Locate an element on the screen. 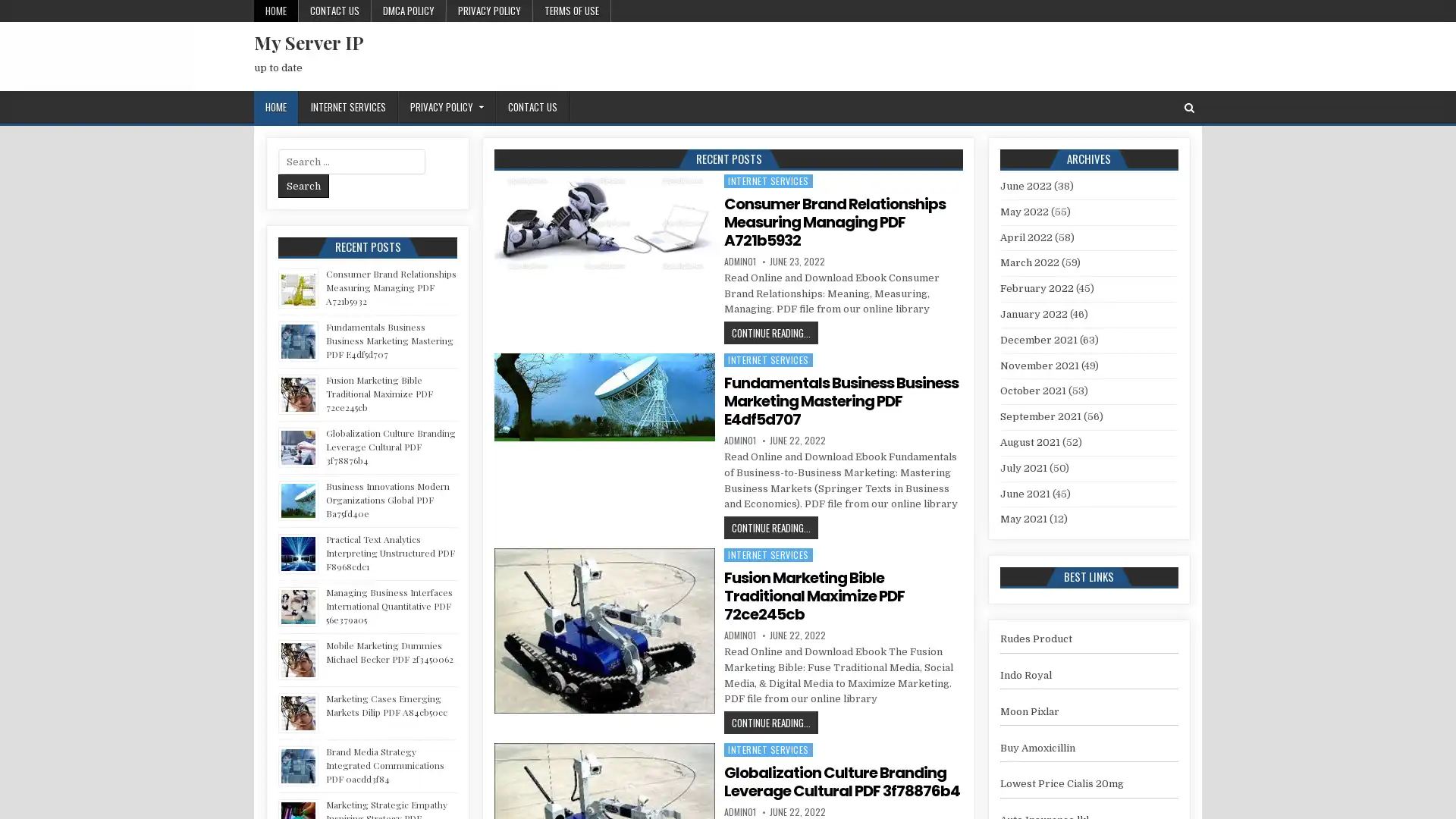 The height and width of the screenshot is (819, 1456). Search is located at coordinates (303, 185).